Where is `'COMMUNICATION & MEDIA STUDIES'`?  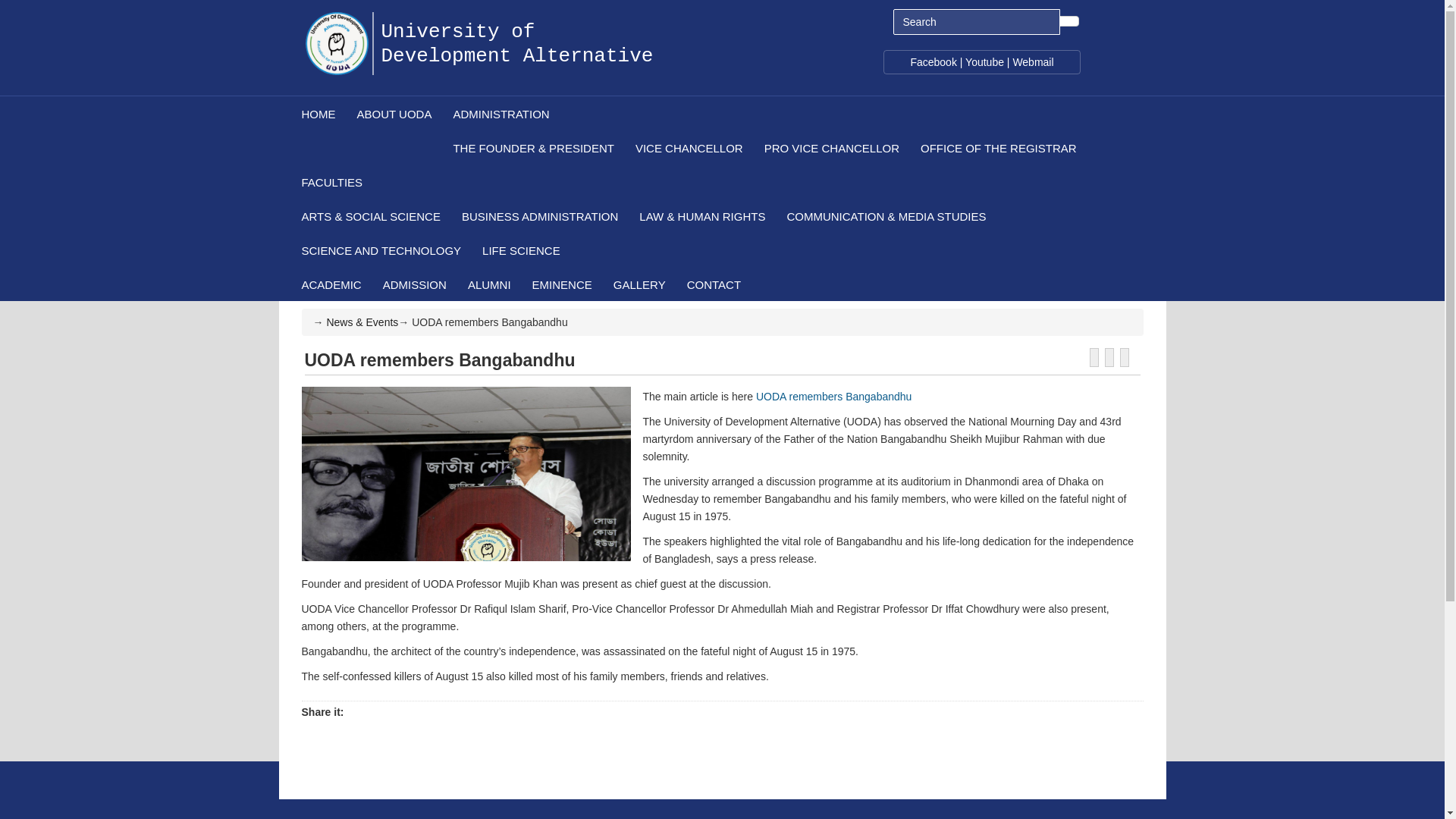 'COMMUNICATION & MEDIA STUDIES' is located at coordinates (885, 215).